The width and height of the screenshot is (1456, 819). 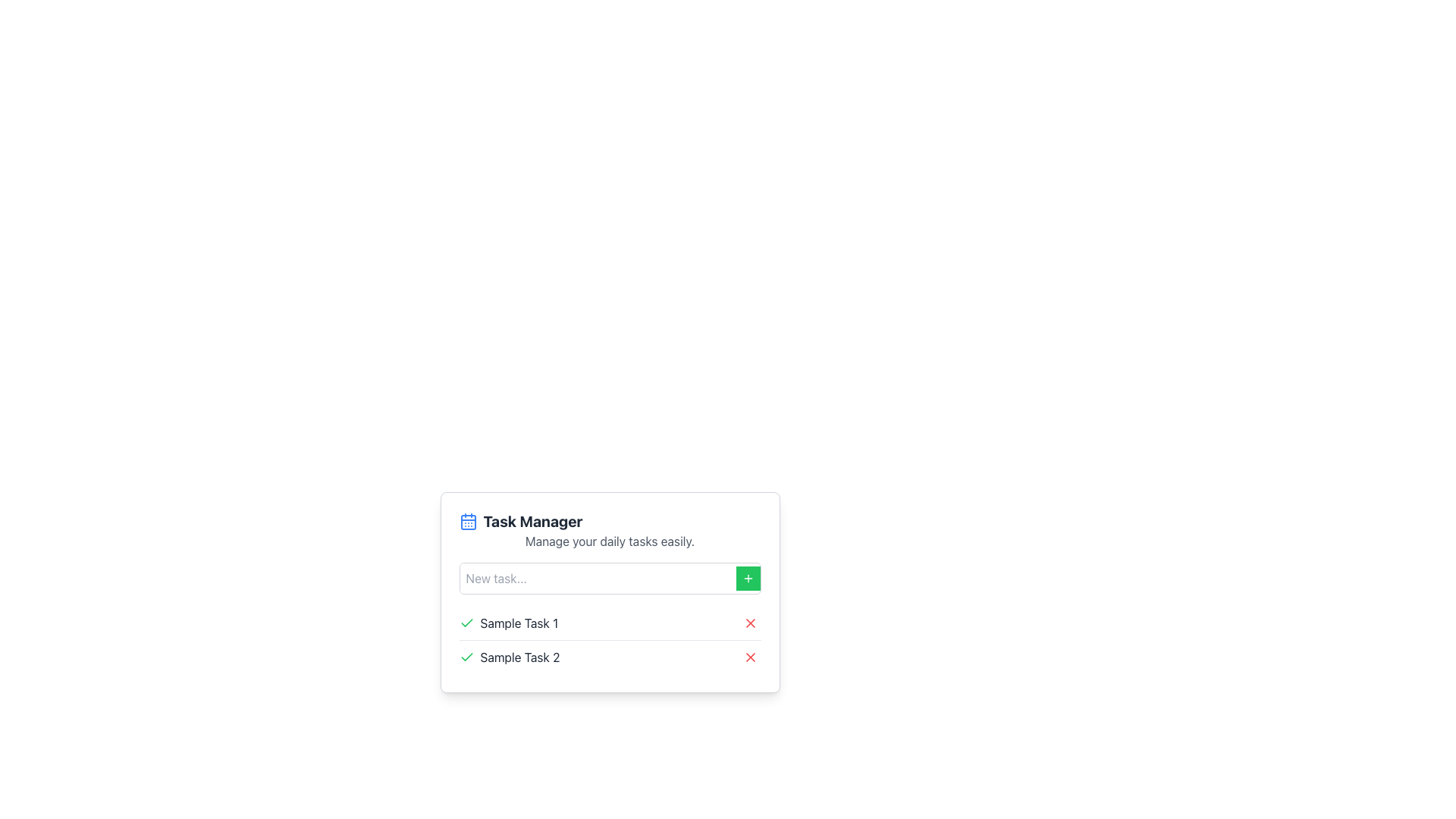 What do you see at coordinates (467, 522) in the screenshot?
I see `the small rectangle with rounded corners inside the main calendar icon, located to the left of the text 'Task Manager'` at bounding box center [467, 522].